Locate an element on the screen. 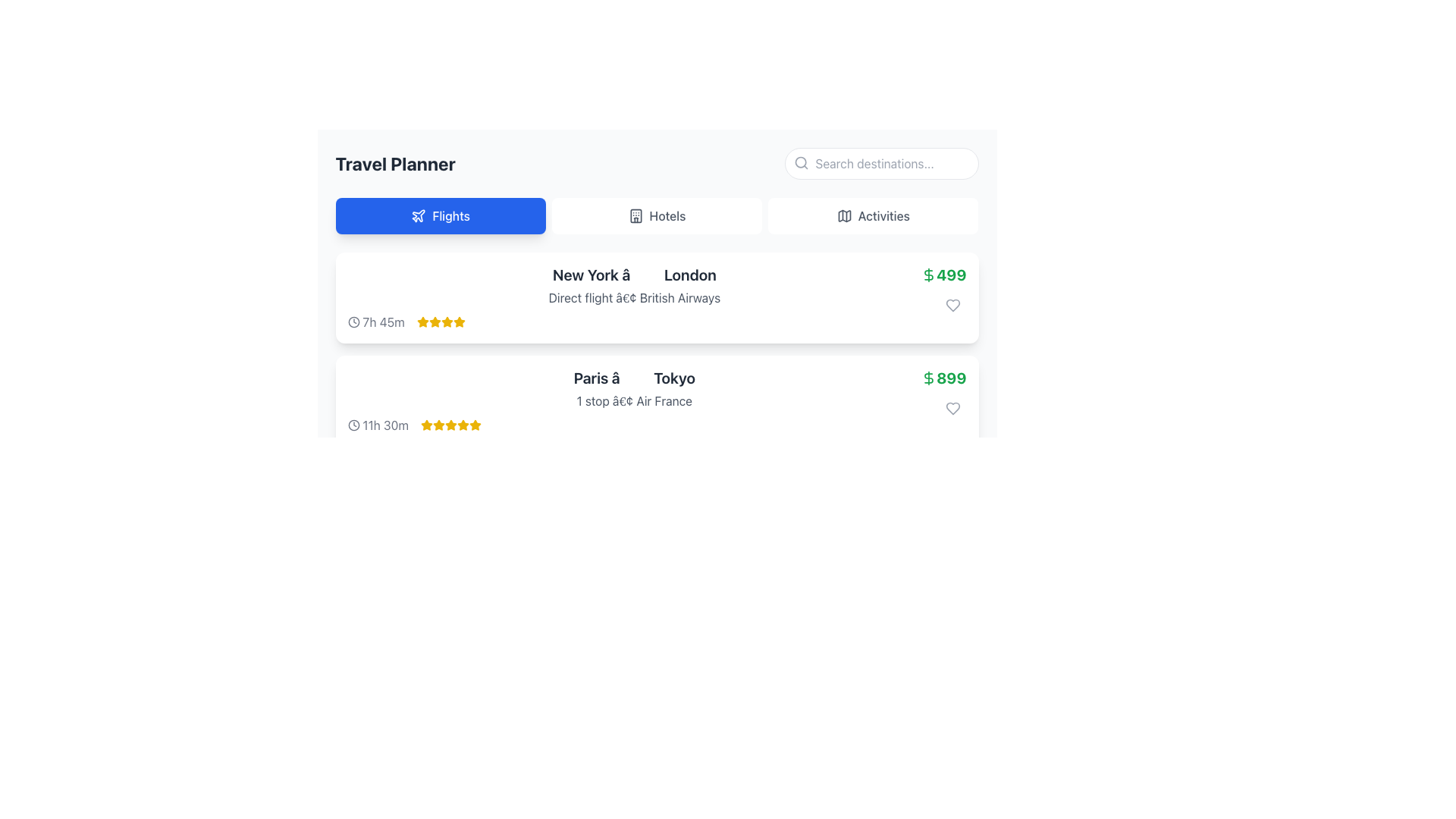 The height and width of the screenshot is (819, 1456). duration displayed in the Text with icon component showing '11h 30m' next to the clock icon in the second row of flight options is located at coordinates (378, 425).